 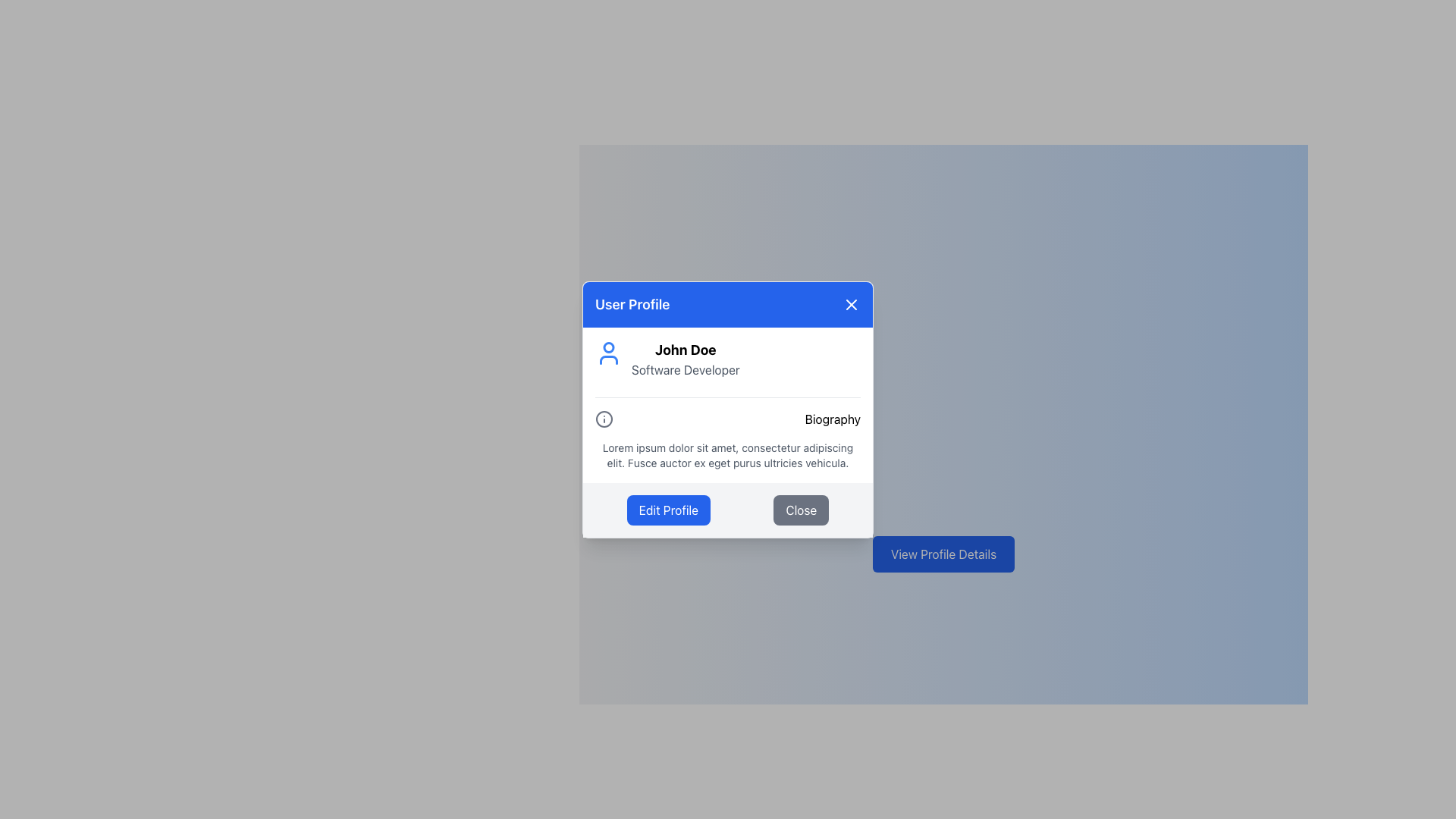 What do you see at coordinates (800, 510) in the screenshot?
I see `the second button in the footer of the modal window` at bounding box center [800, 510].